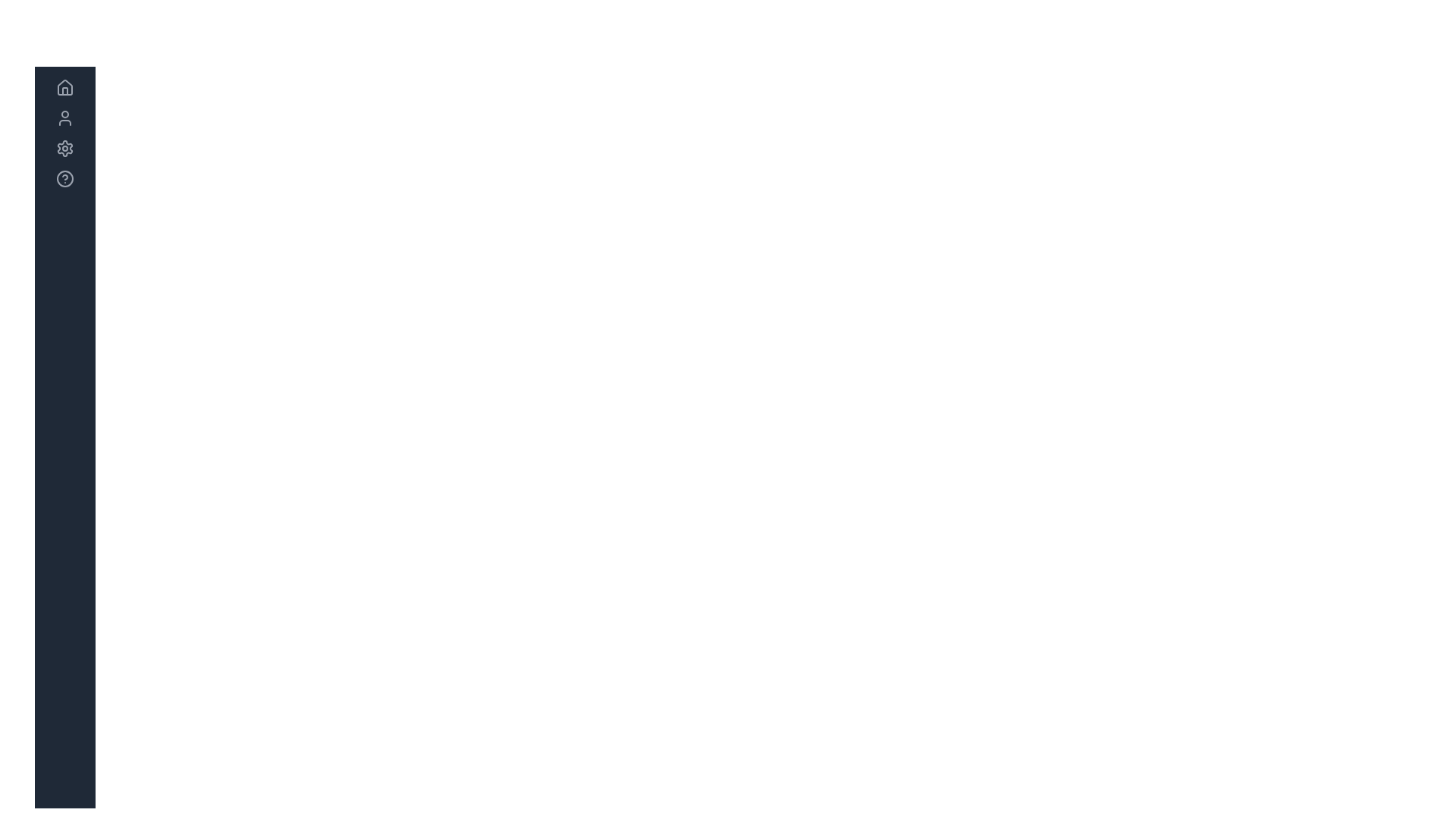  What do you see at coordinates (64, 87) in the screenshot?
I see `the Icon Button located at the top of the vertical list of icons on the left sidebar` at bounding box center [64, 87].